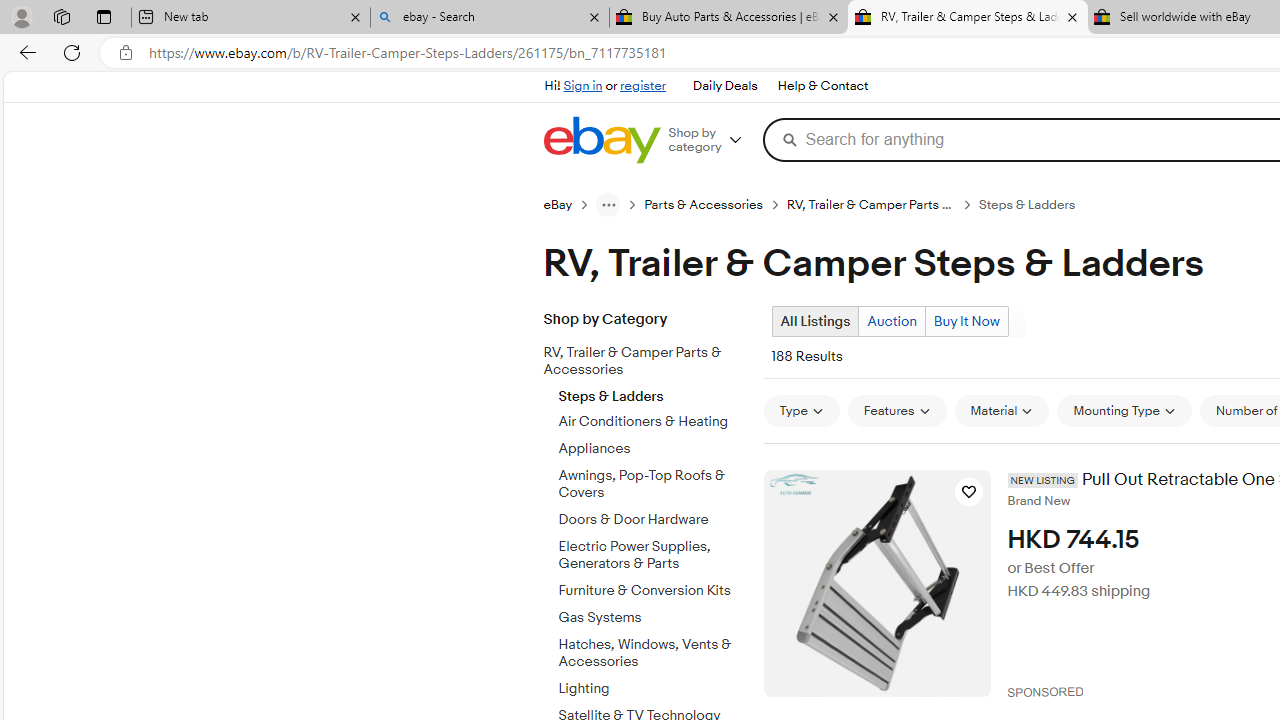 Image resolution: width=1280 pixels, height=720 pixels. I want to click on 'eBay', so click(558, 205).